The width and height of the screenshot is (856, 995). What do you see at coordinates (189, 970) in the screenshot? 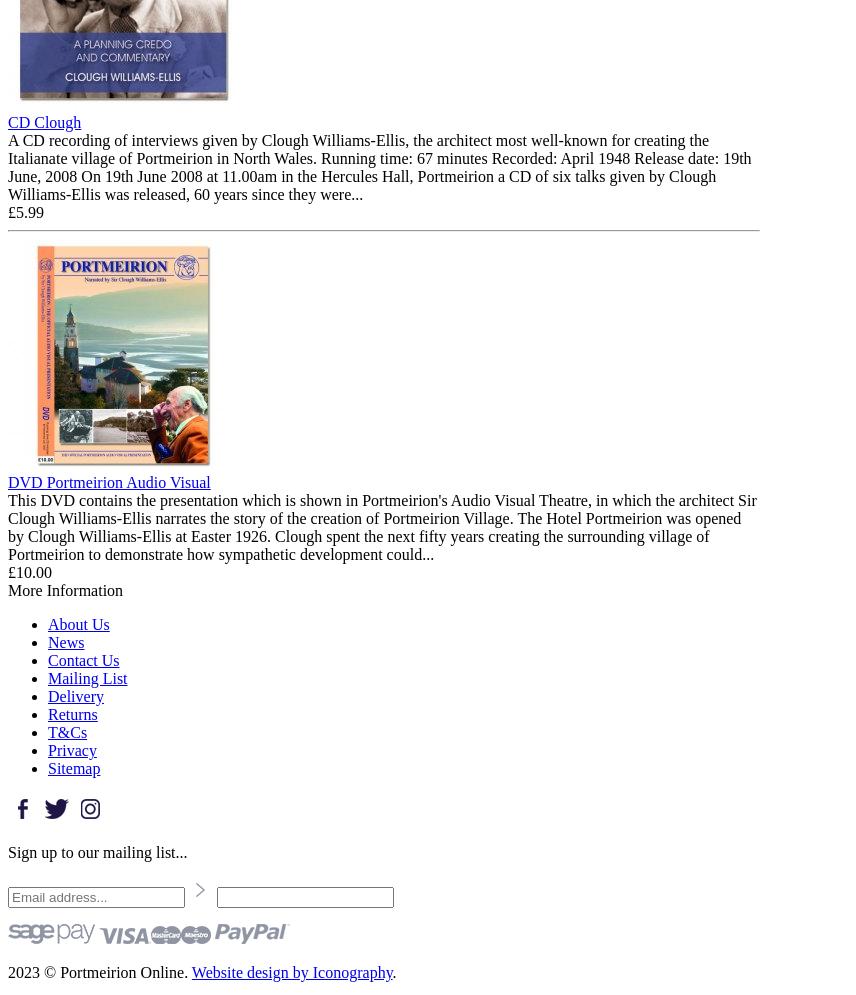
I see `'Website design by Iconography'` at bounding box center [189, 970].